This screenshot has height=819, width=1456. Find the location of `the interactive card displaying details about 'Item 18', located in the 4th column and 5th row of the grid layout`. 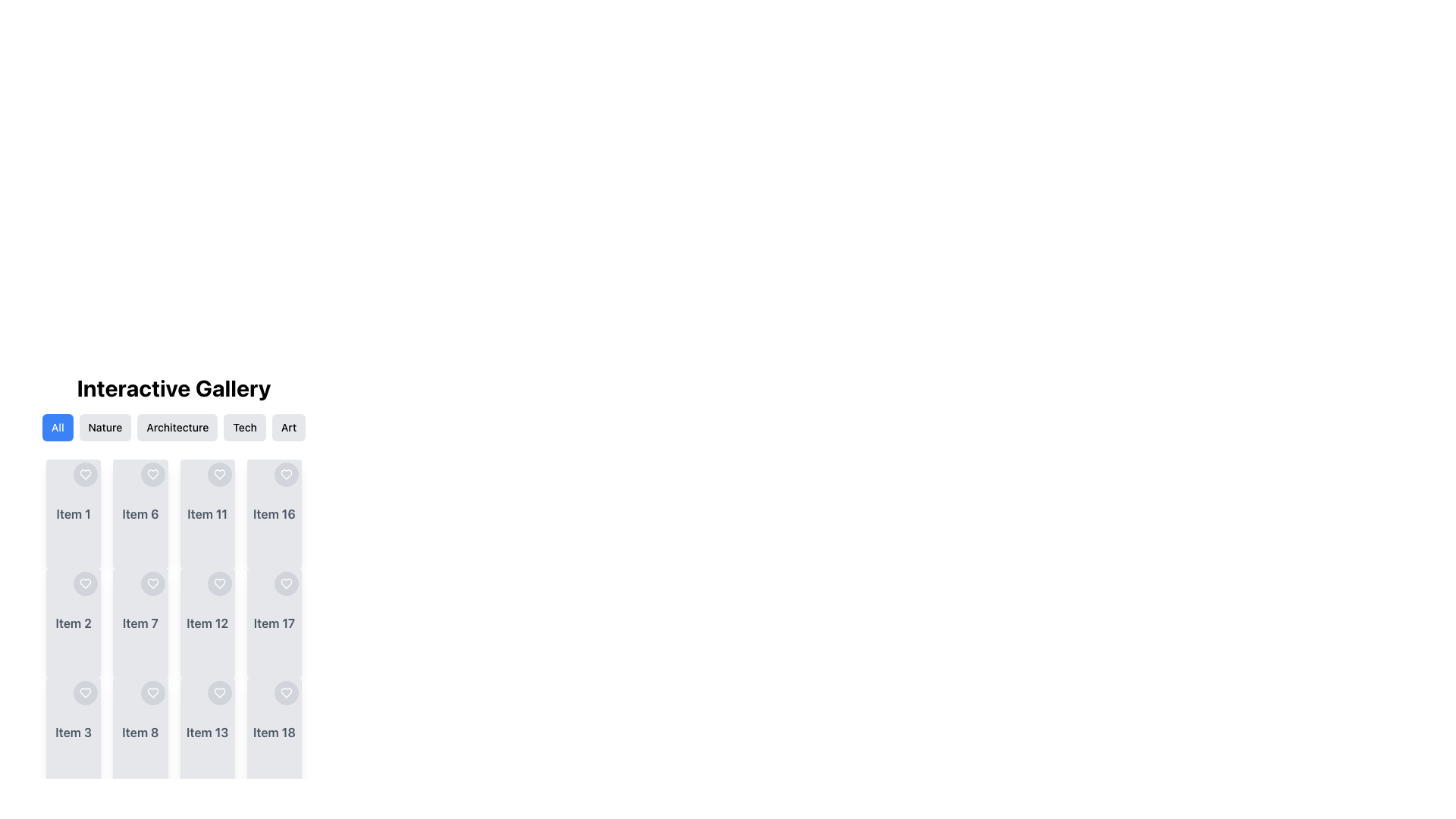

the interactive card displaying details about 'Item 18', located in the 4th column and 5th row of the grid layout is located at coordinates (274, 731).